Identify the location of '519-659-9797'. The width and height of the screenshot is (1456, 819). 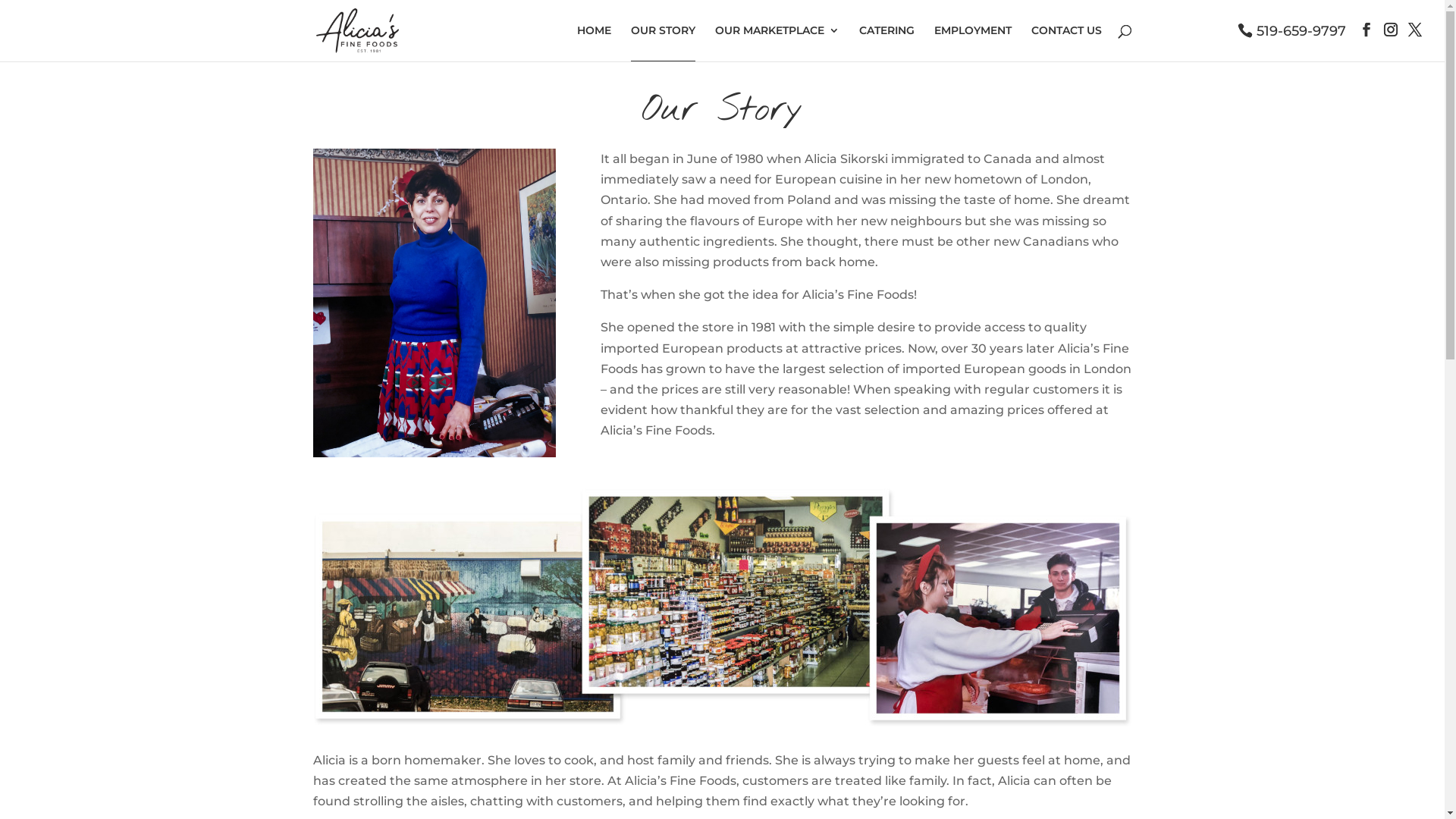
(1291, 30).